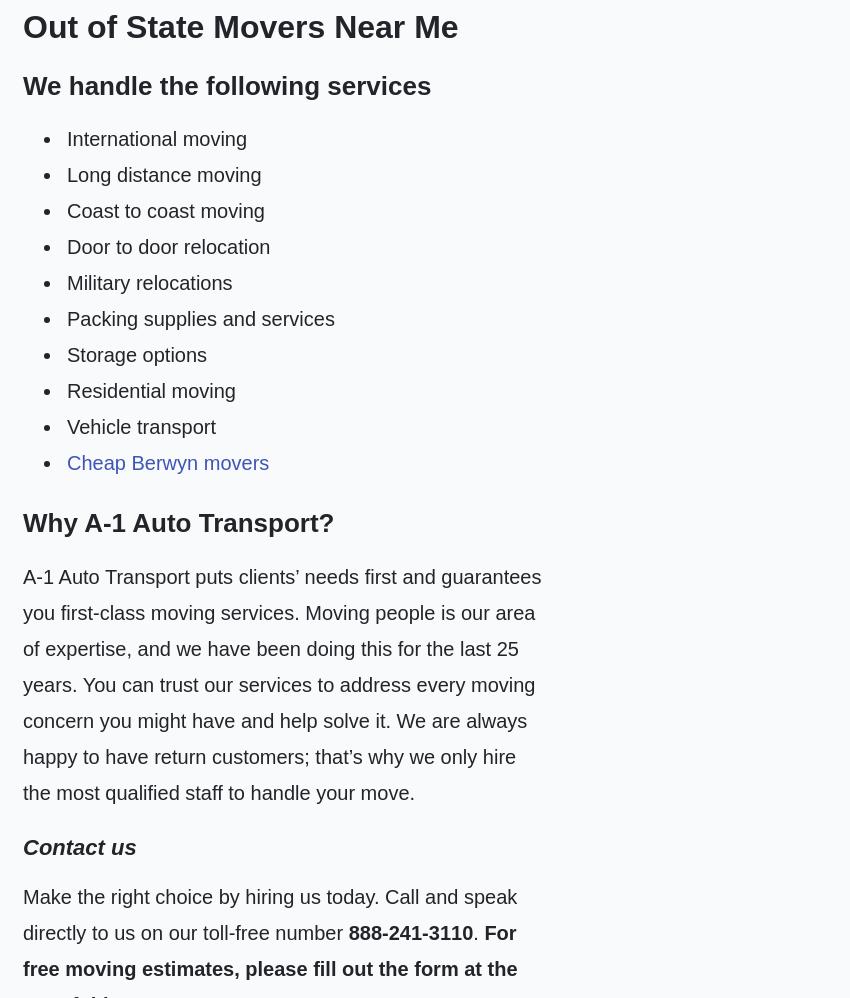 This screenshot has height=998, width=850. What do you see at coordinates (79, 846) in the screenshot?
I see `'Contact us'` at bounding box center [79, 846].